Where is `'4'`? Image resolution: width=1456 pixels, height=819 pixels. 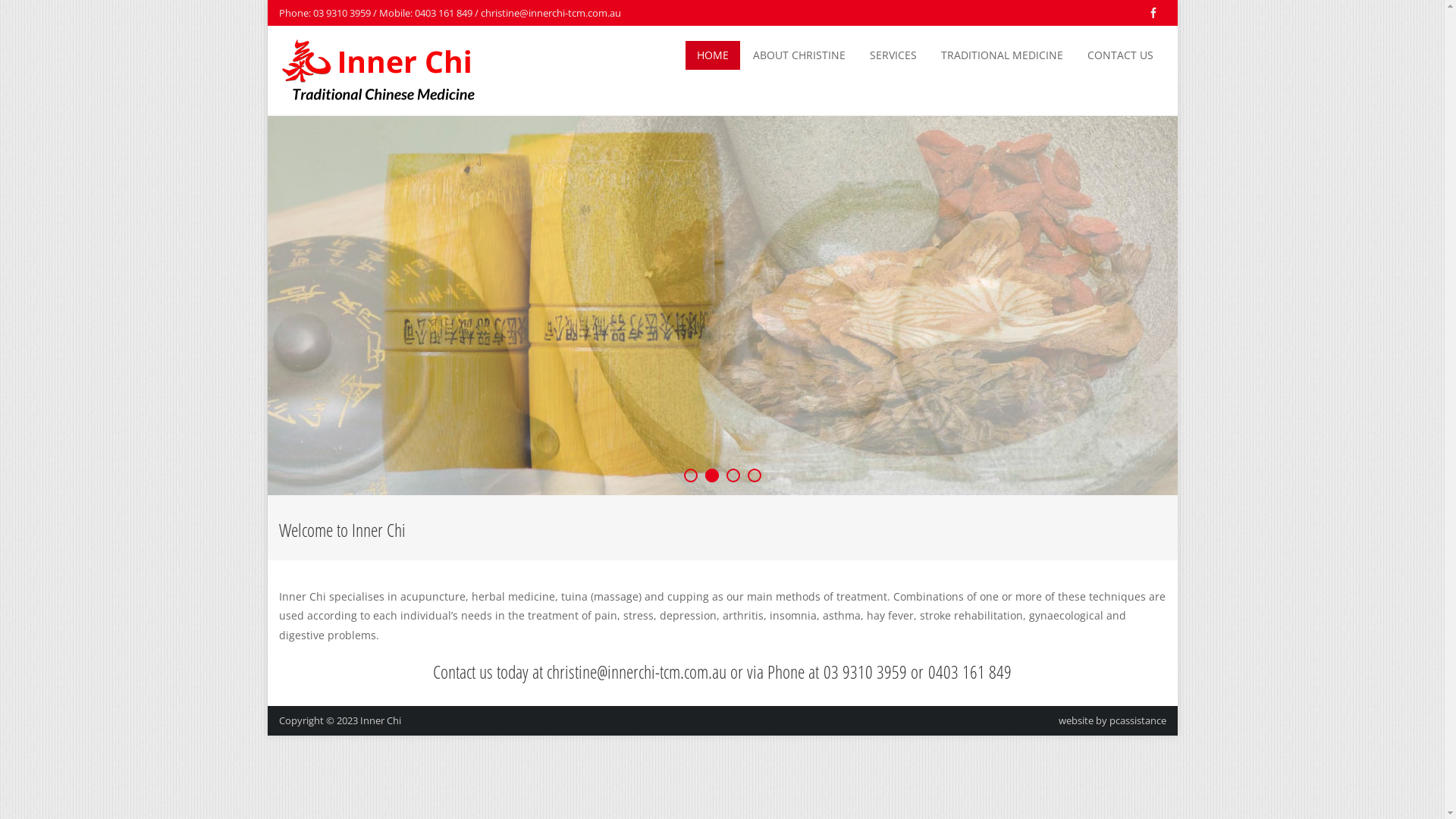 '4' is located at coordinates (754, 475).